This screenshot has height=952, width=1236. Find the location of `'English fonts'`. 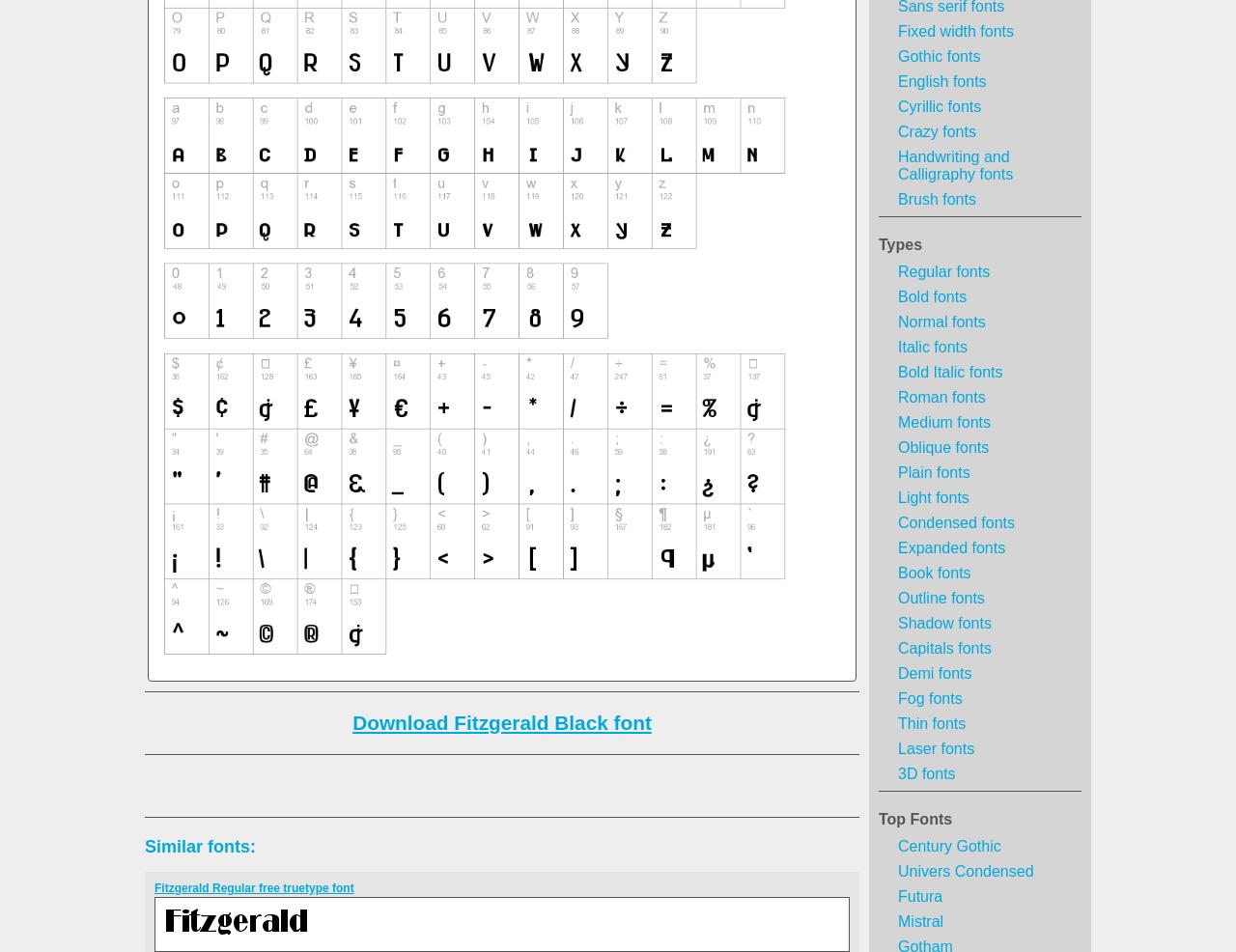

'English fonts' is located at coordinates (897, 81).